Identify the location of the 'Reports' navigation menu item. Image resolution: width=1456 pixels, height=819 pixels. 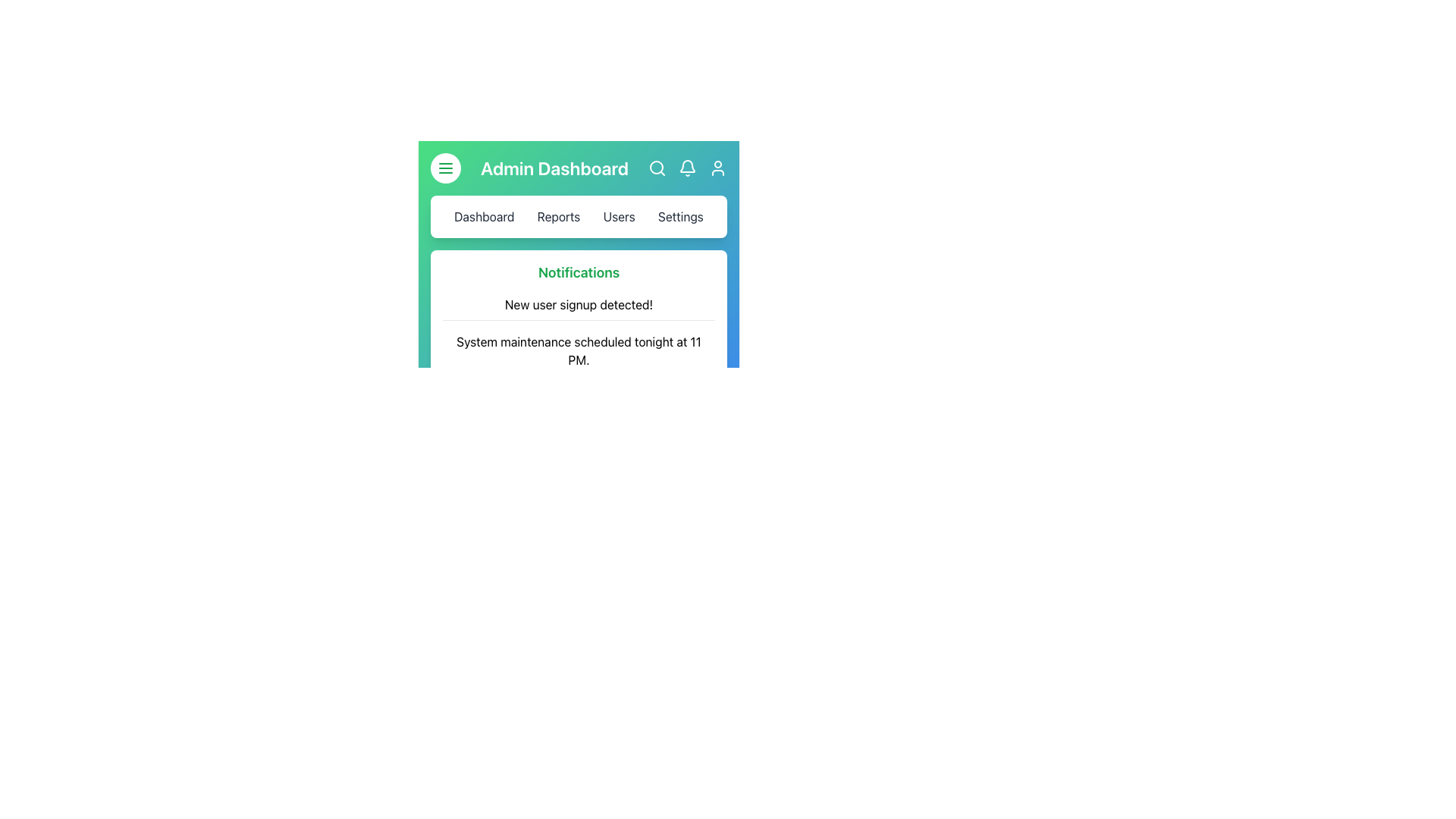
(557, 216).